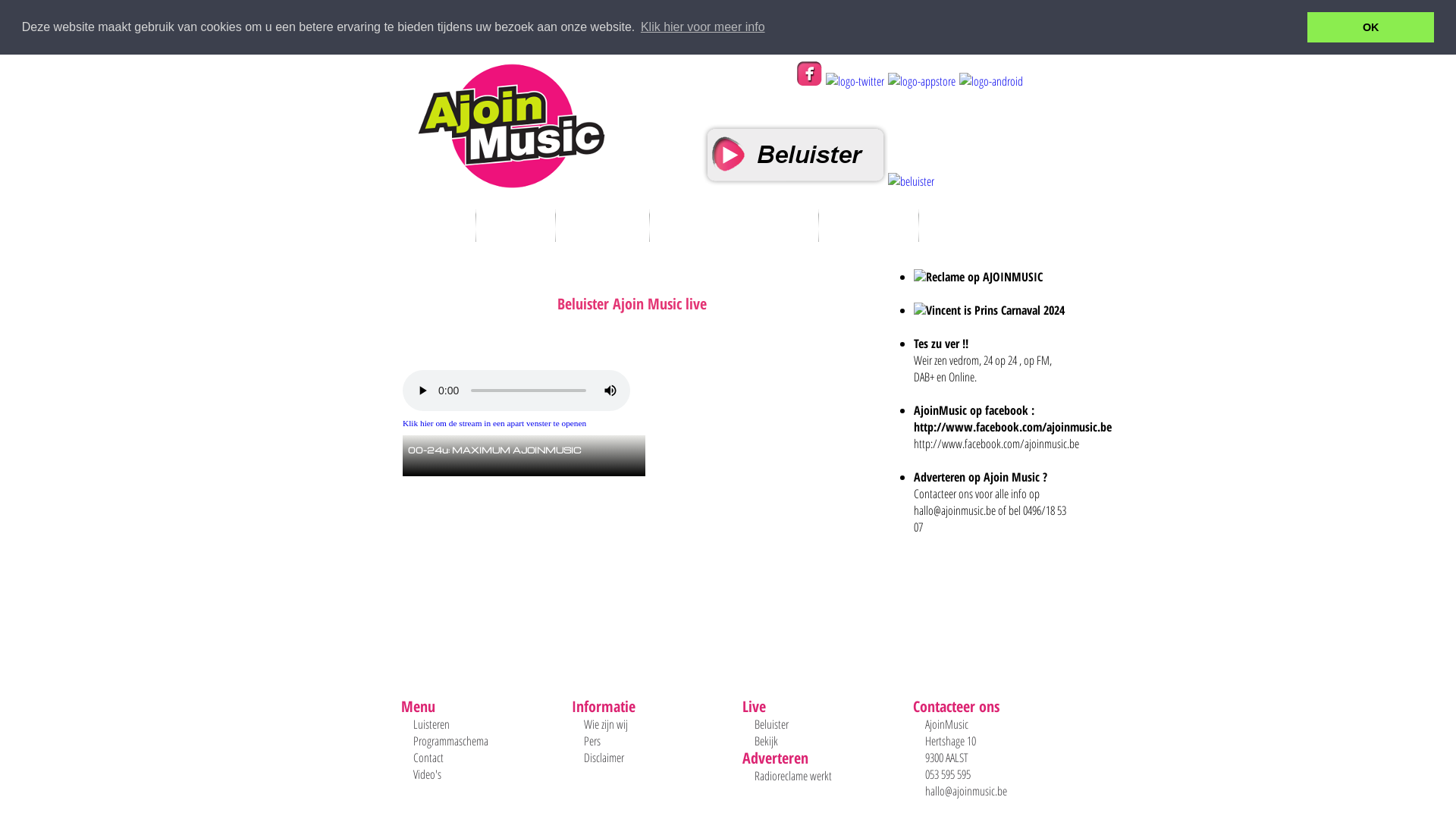 This screenshot has height=819, width=1456. I want to click on 'Bekijk', so click(766, 739).